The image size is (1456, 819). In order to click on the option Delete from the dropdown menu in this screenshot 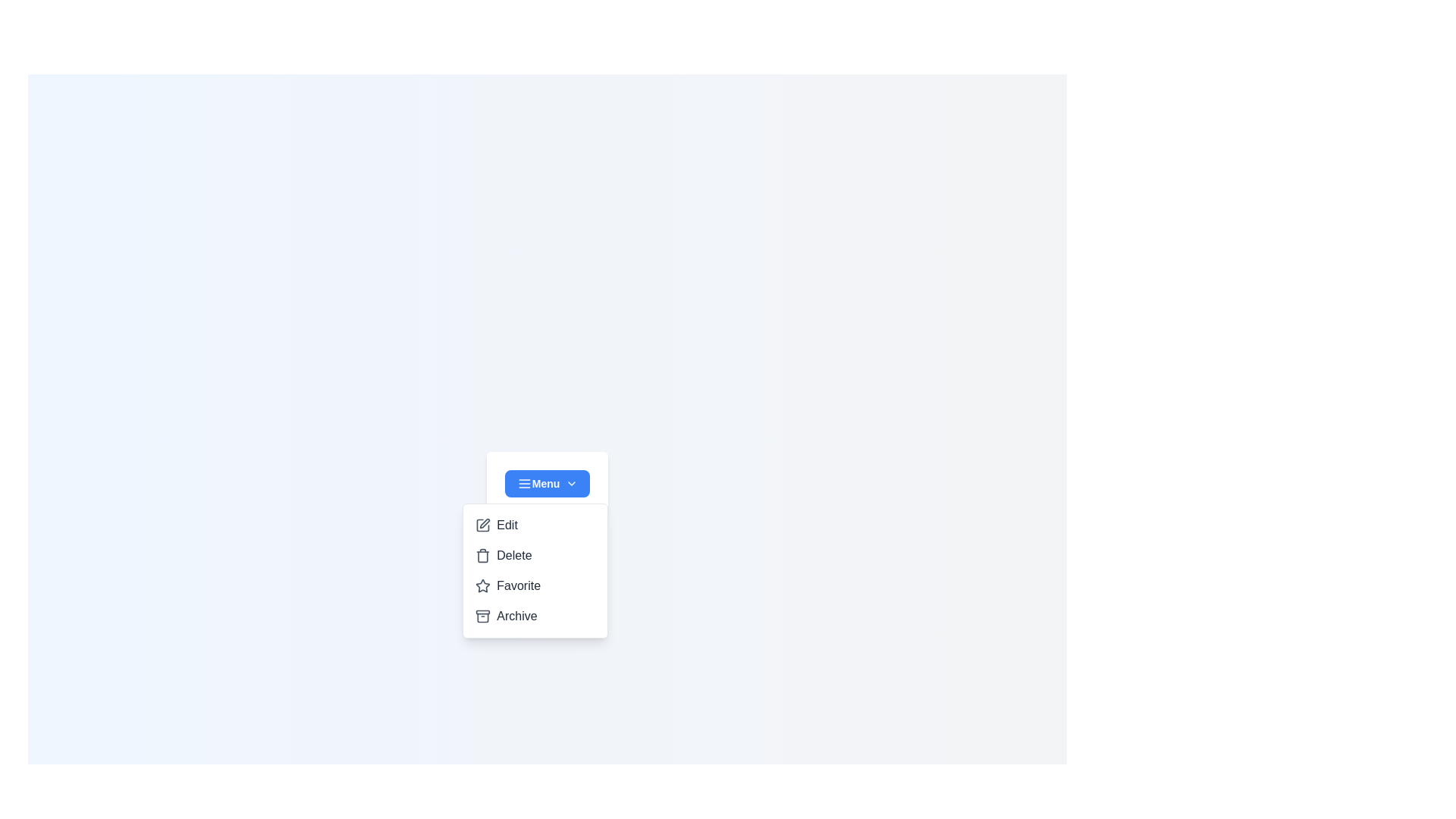, I will do `click(535, 555)`.